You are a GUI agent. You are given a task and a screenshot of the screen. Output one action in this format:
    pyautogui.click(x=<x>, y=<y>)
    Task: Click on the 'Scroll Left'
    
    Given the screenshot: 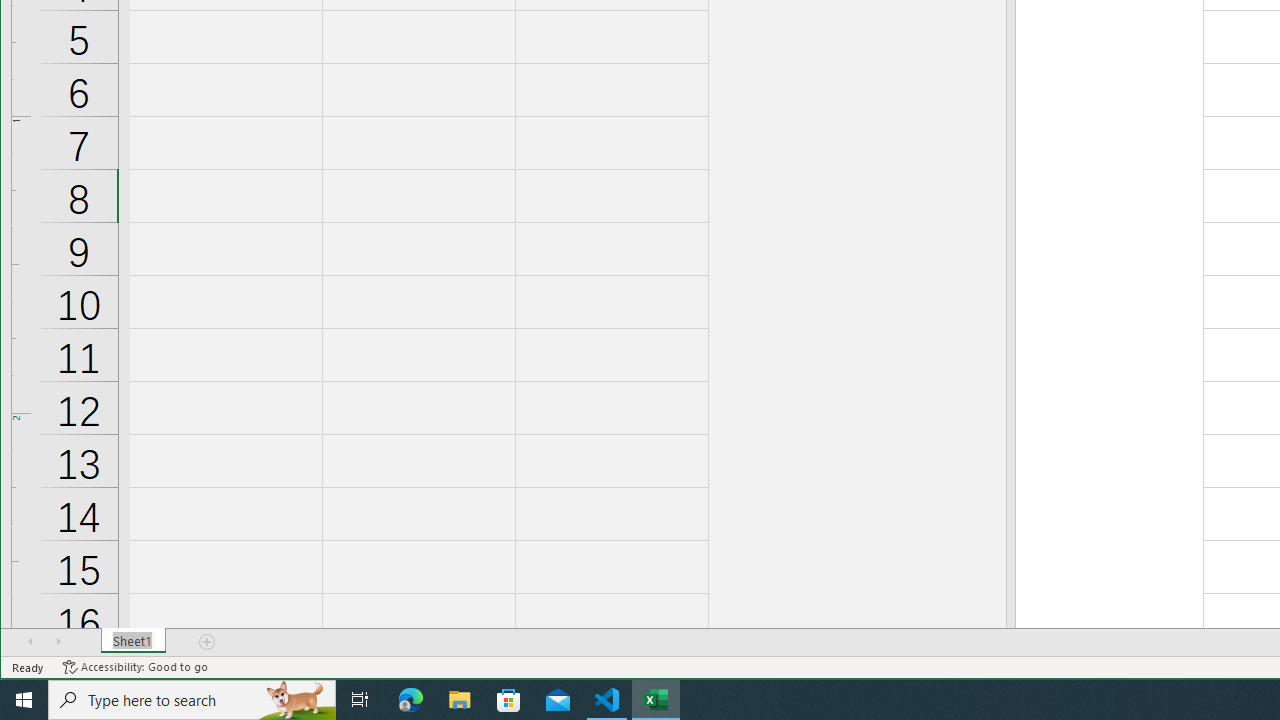 What is the action you would take?
    pyautogui.click(x=30, y=641)
    